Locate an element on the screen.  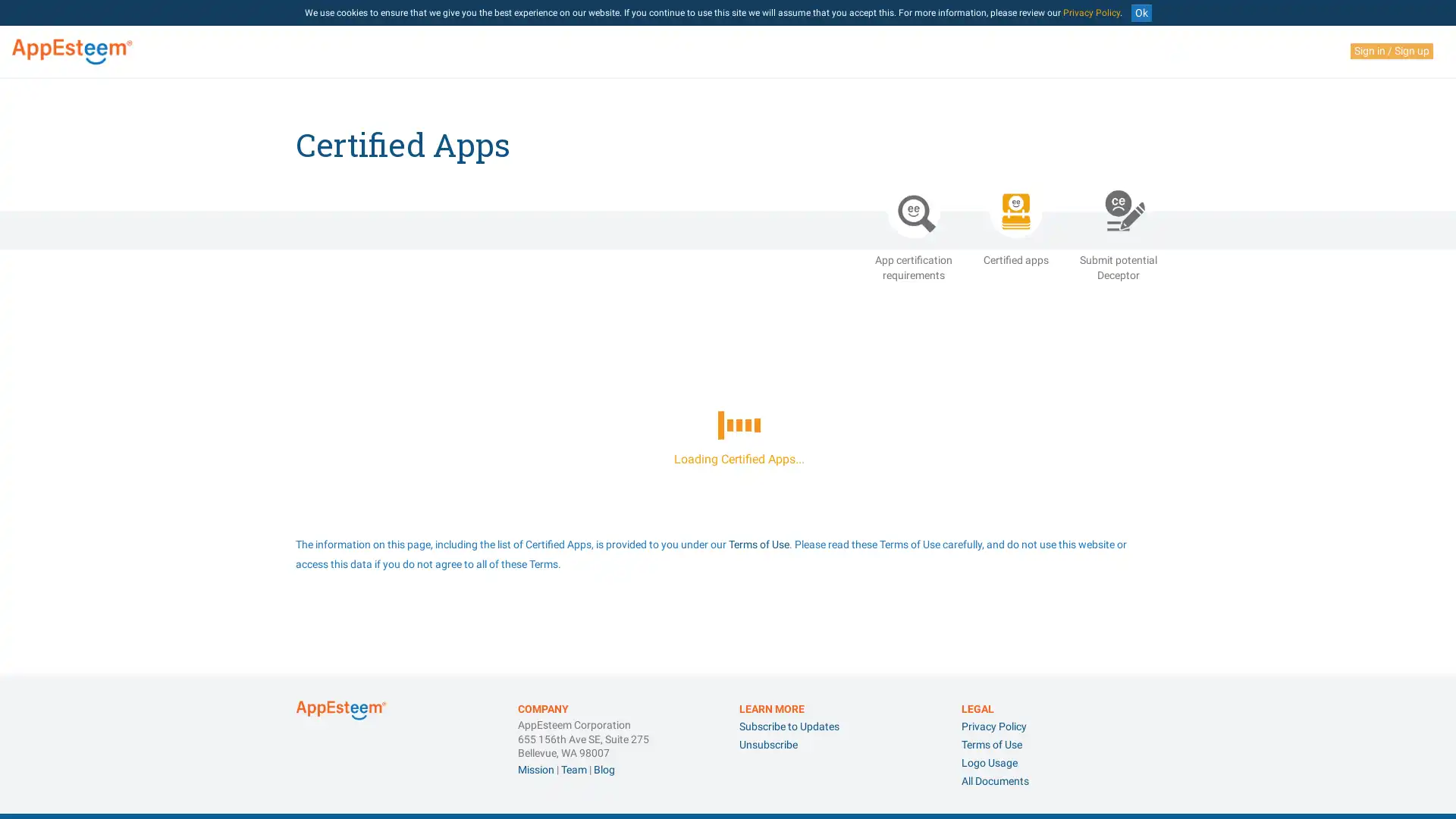
Previous is located at coordinates (1074, 560).